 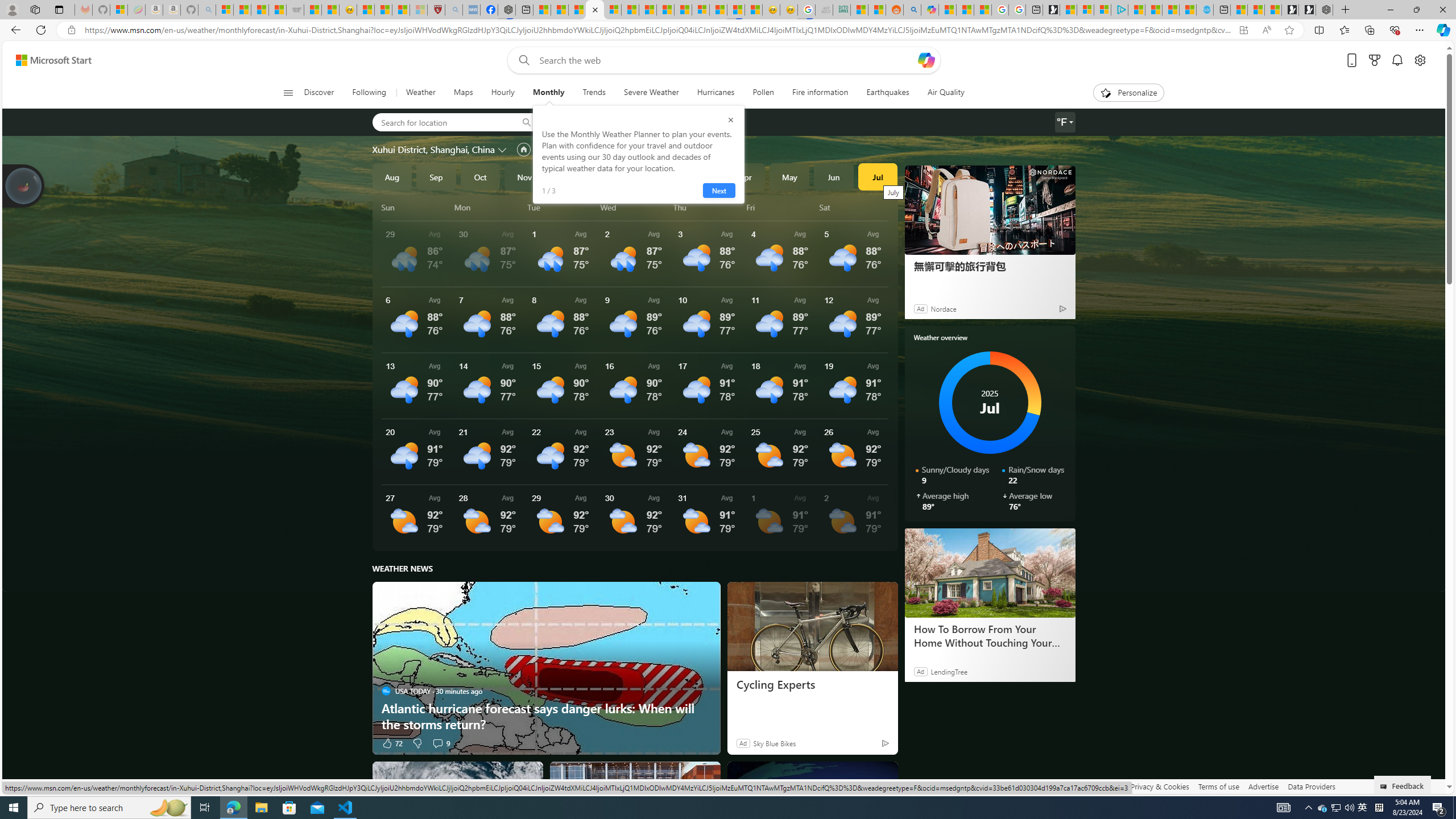 What do you see at coordinates (651, 92) in the screenshot?
I see `'Severe Weather'` at bounding box center [651, 92].